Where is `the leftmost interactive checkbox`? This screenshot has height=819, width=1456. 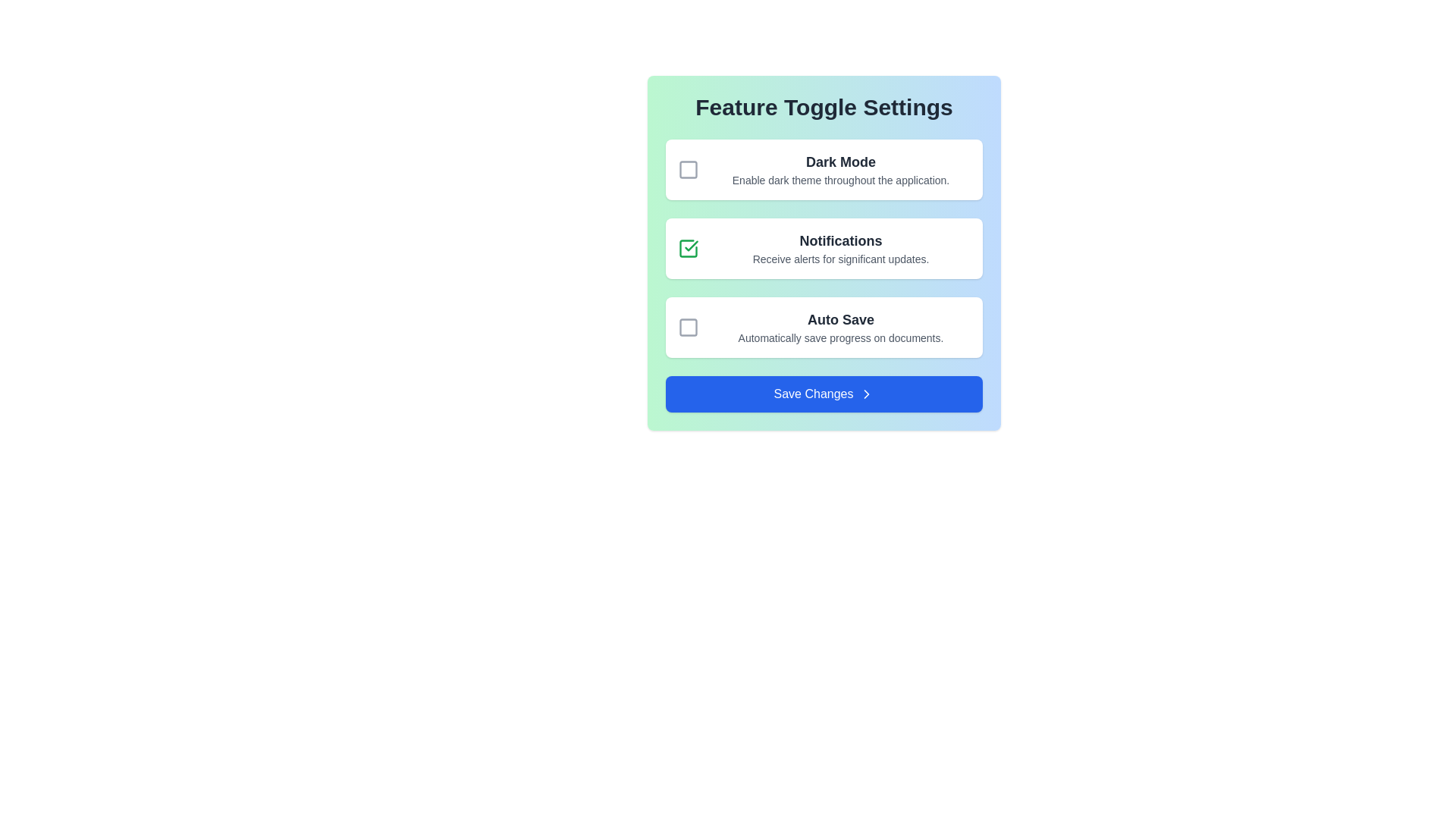
the leftmost interactive checkbox is located at coordinates (687, 169).